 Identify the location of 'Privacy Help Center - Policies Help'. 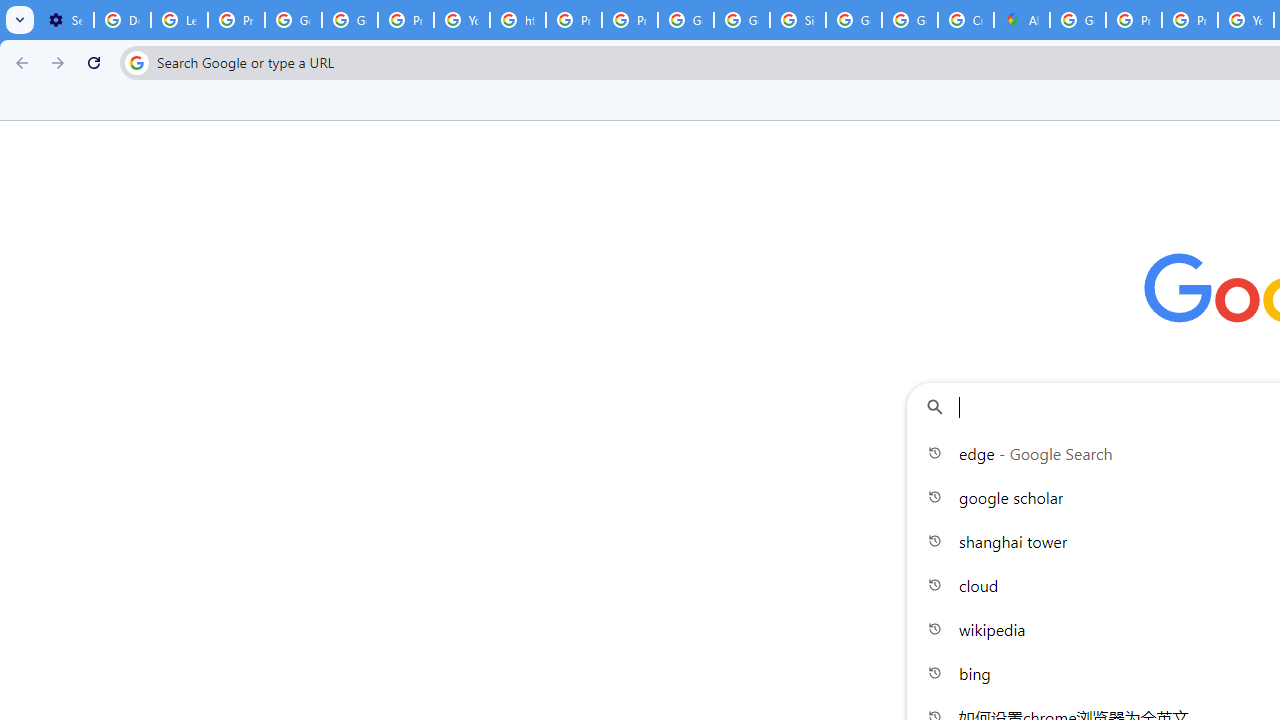
(1190, 20).